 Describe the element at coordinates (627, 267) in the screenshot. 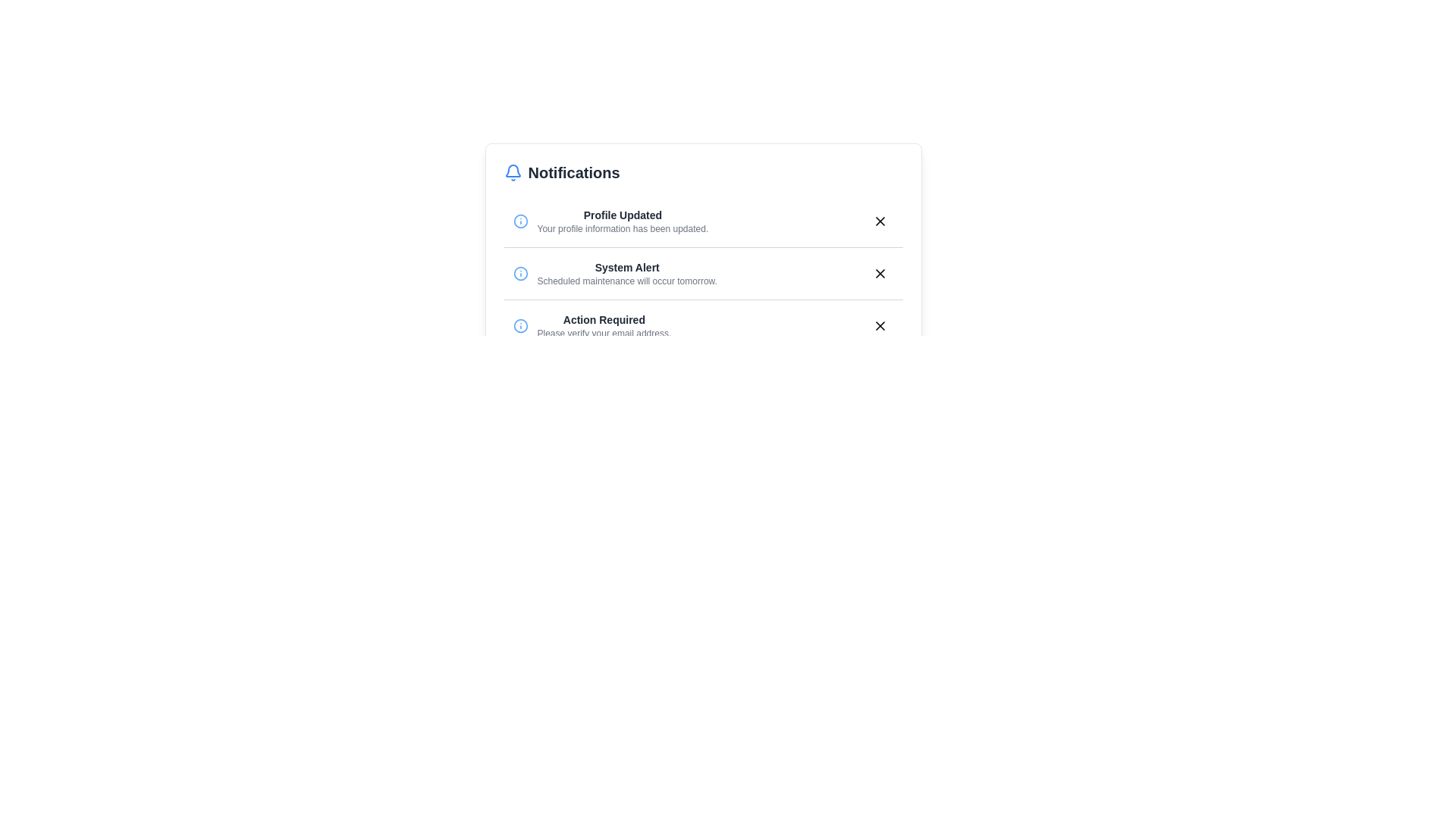

I see `the 'System Alert' text label which is displayed in bold dark gray above the subtext 'Scheduled maintenance will occur tomorrow.'` at that location.